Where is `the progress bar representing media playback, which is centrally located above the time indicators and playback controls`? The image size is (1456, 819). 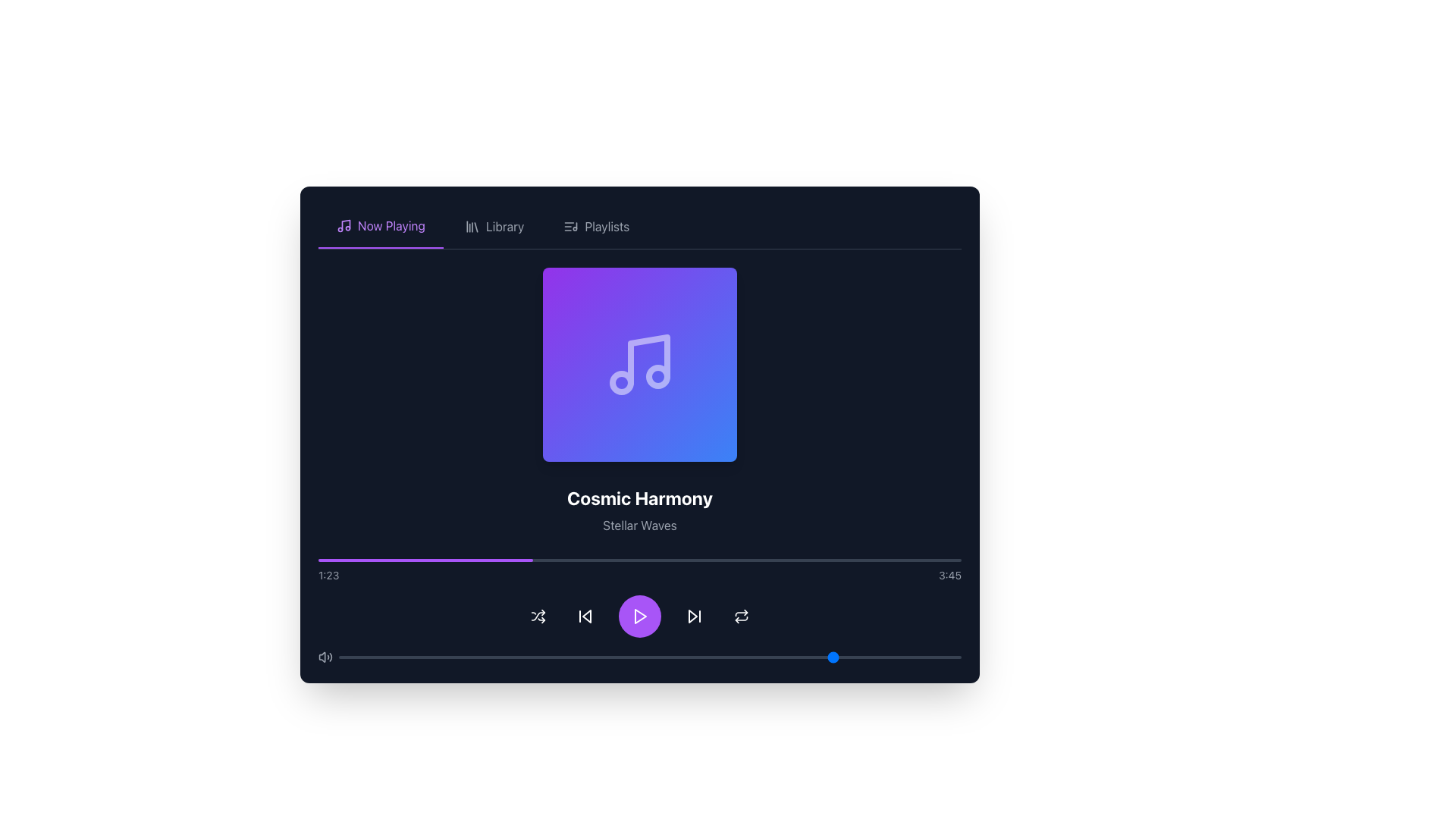
the progress bar representing media playback, which is centrally located above the time indicators and playback controls is located at coordinates (640, 560).